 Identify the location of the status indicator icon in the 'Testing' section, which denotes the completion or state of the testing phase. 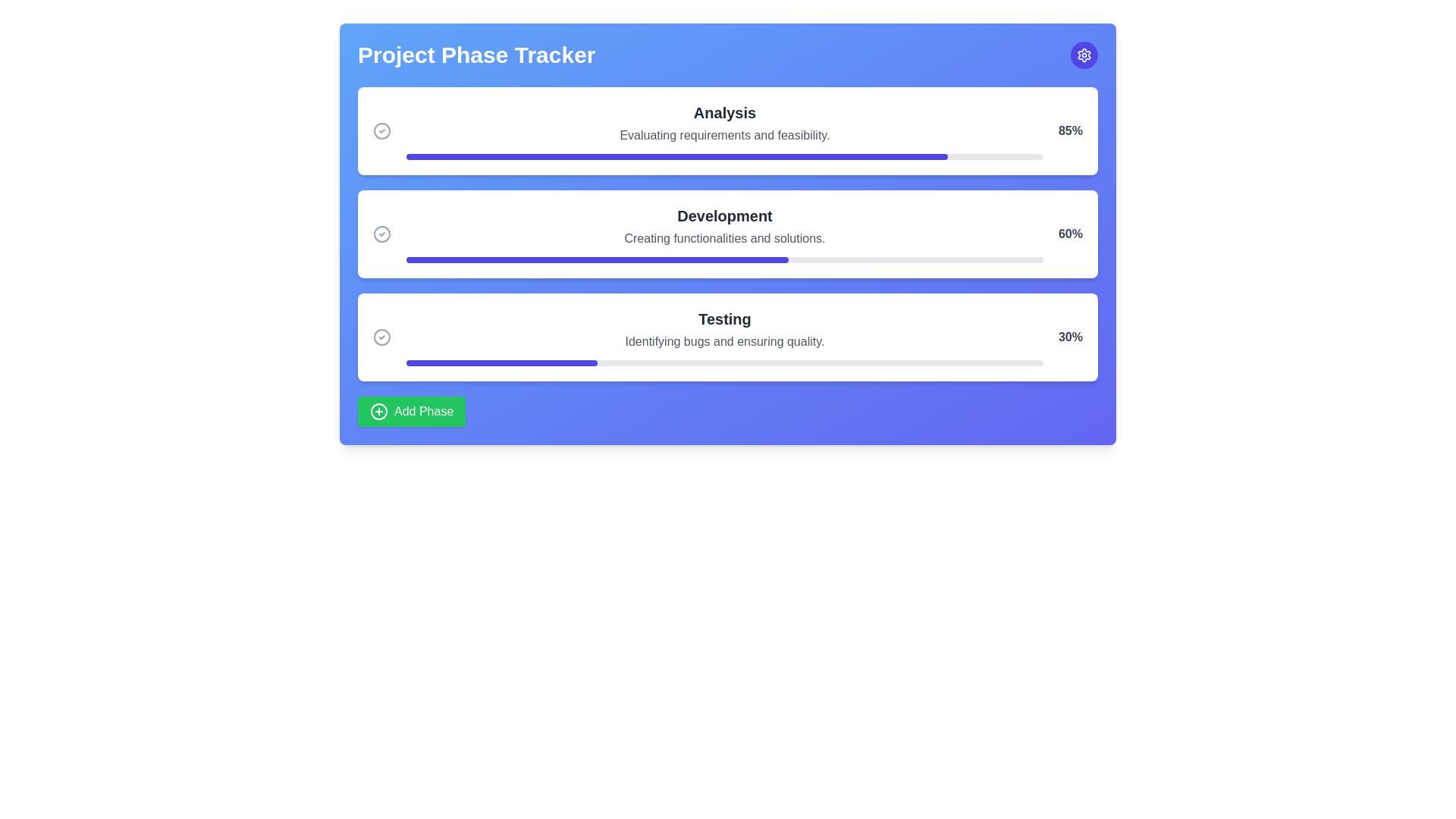
(382, 336).